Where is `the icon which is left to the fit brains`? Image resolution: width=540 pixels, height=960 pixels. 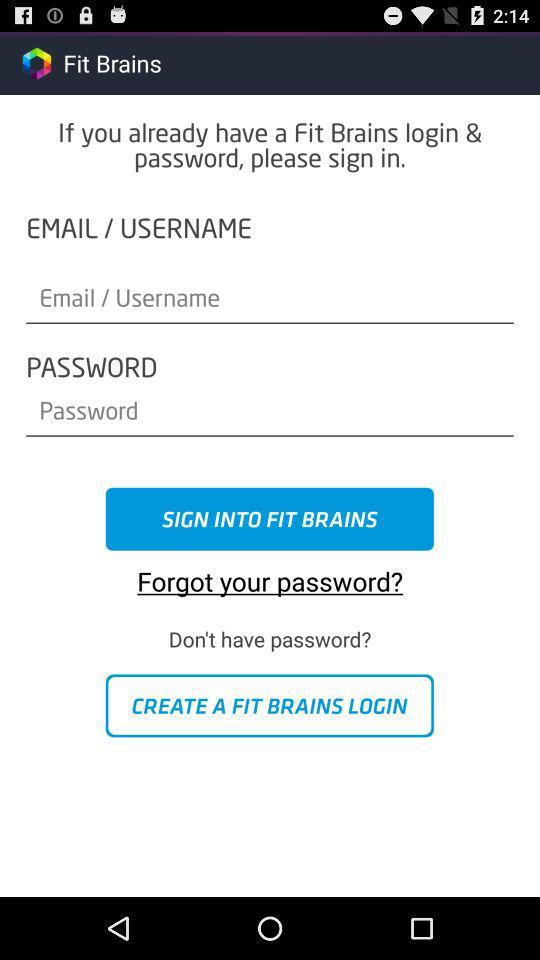 the icon which is left to the fit brains is located at coordinates (36, 63).